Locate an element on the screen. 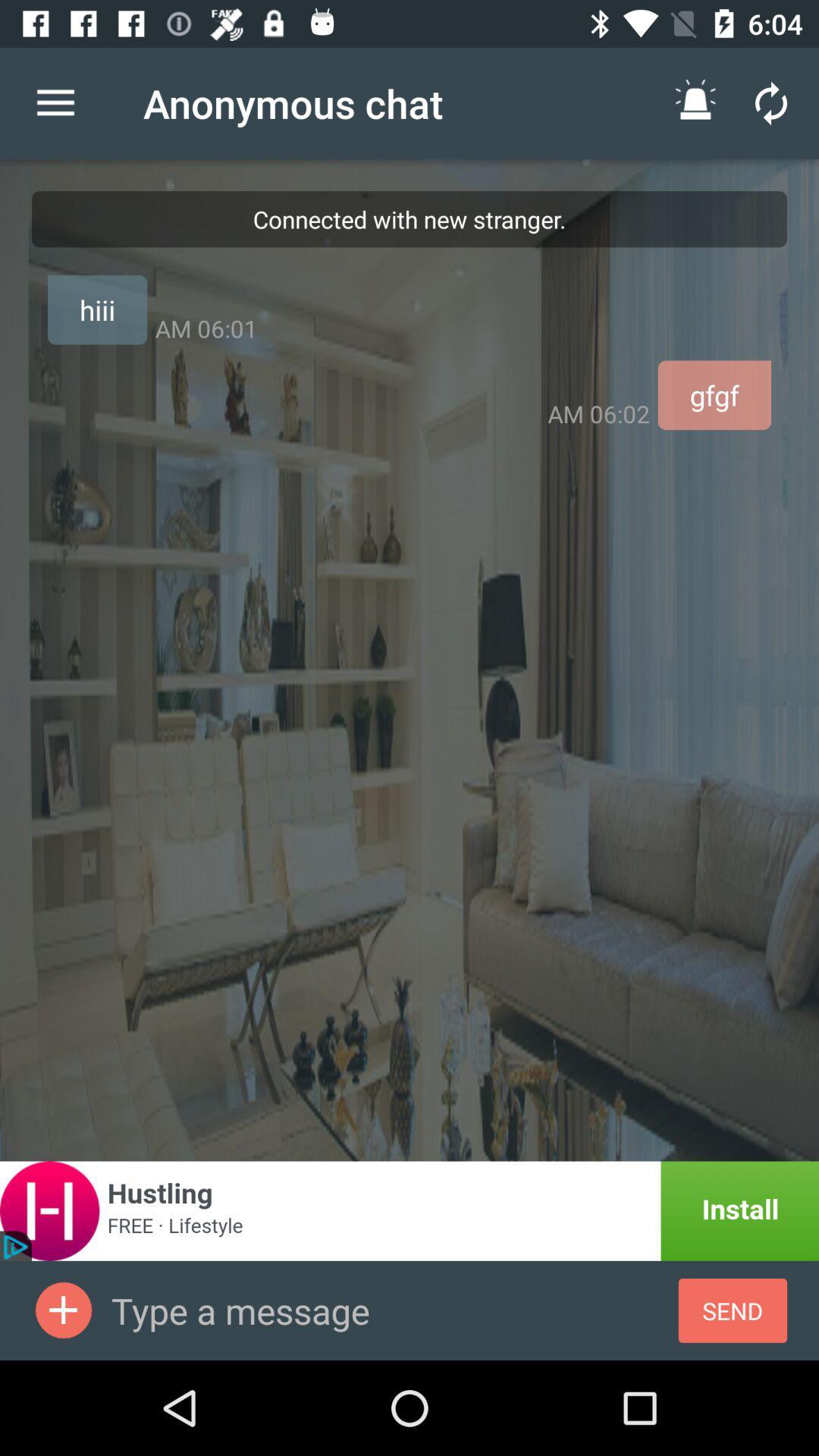  the bottom text field is located at coordinates (394, 1310).